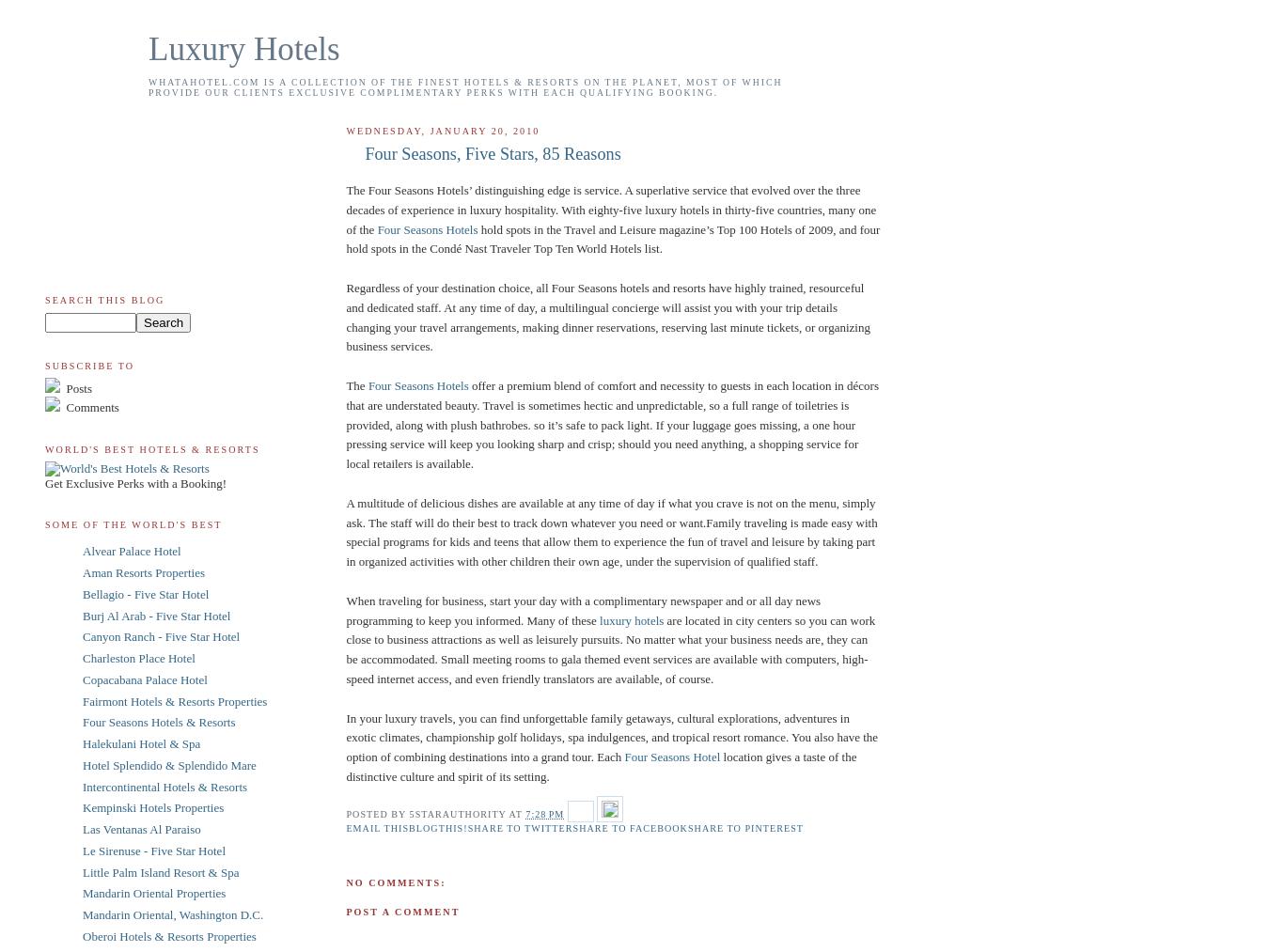 Image resolution: width=1284 pixels, height=952 pixels. I want to click on 'Hotel Splendido & Splendido Mare', so click(168, 763).